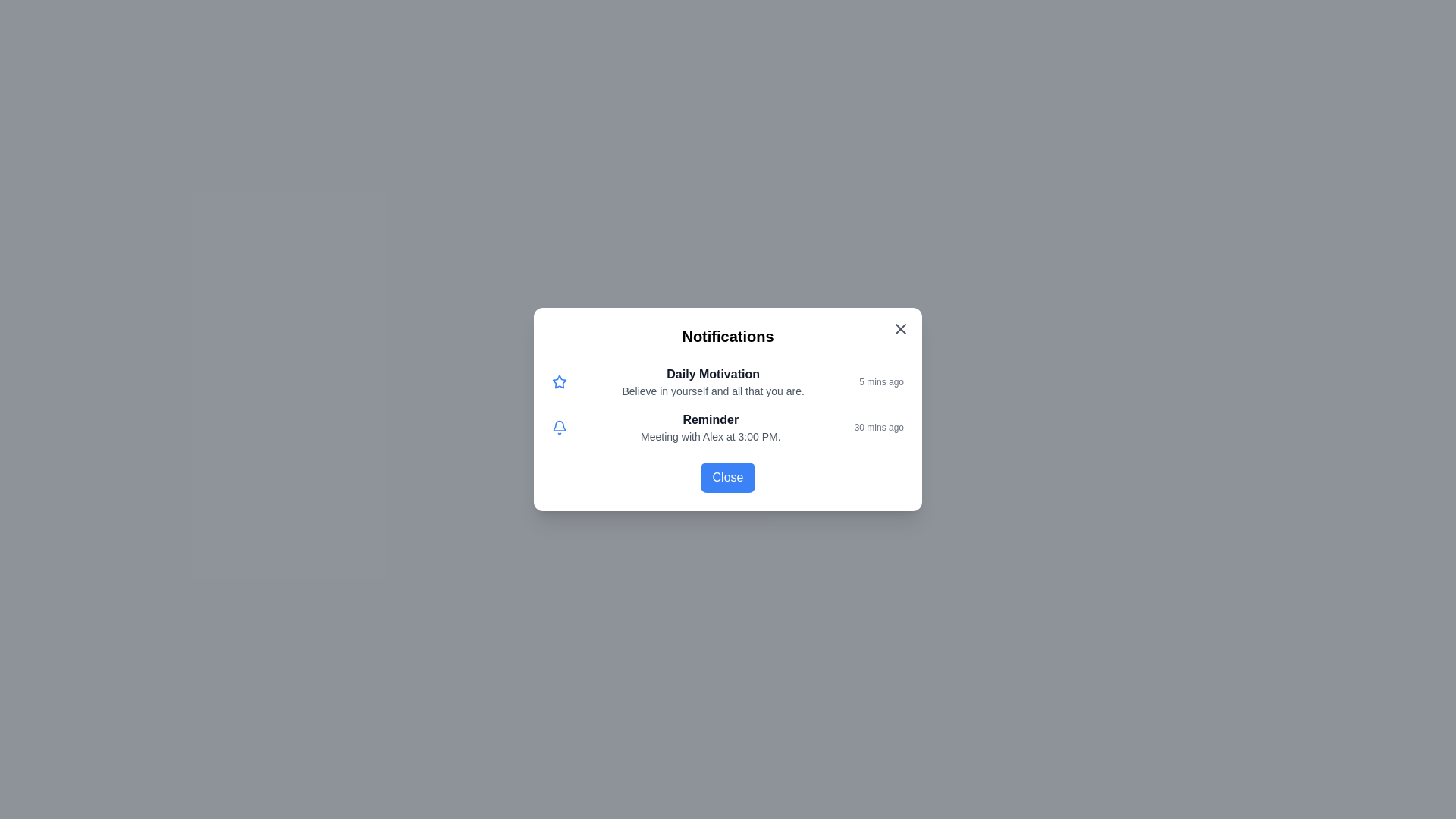 This screenshot has height=819, width=1456. Describe the element at coordinates (728, 476) in the screenshot. I see `the 'Close' button to close the notification dialog` at that location.